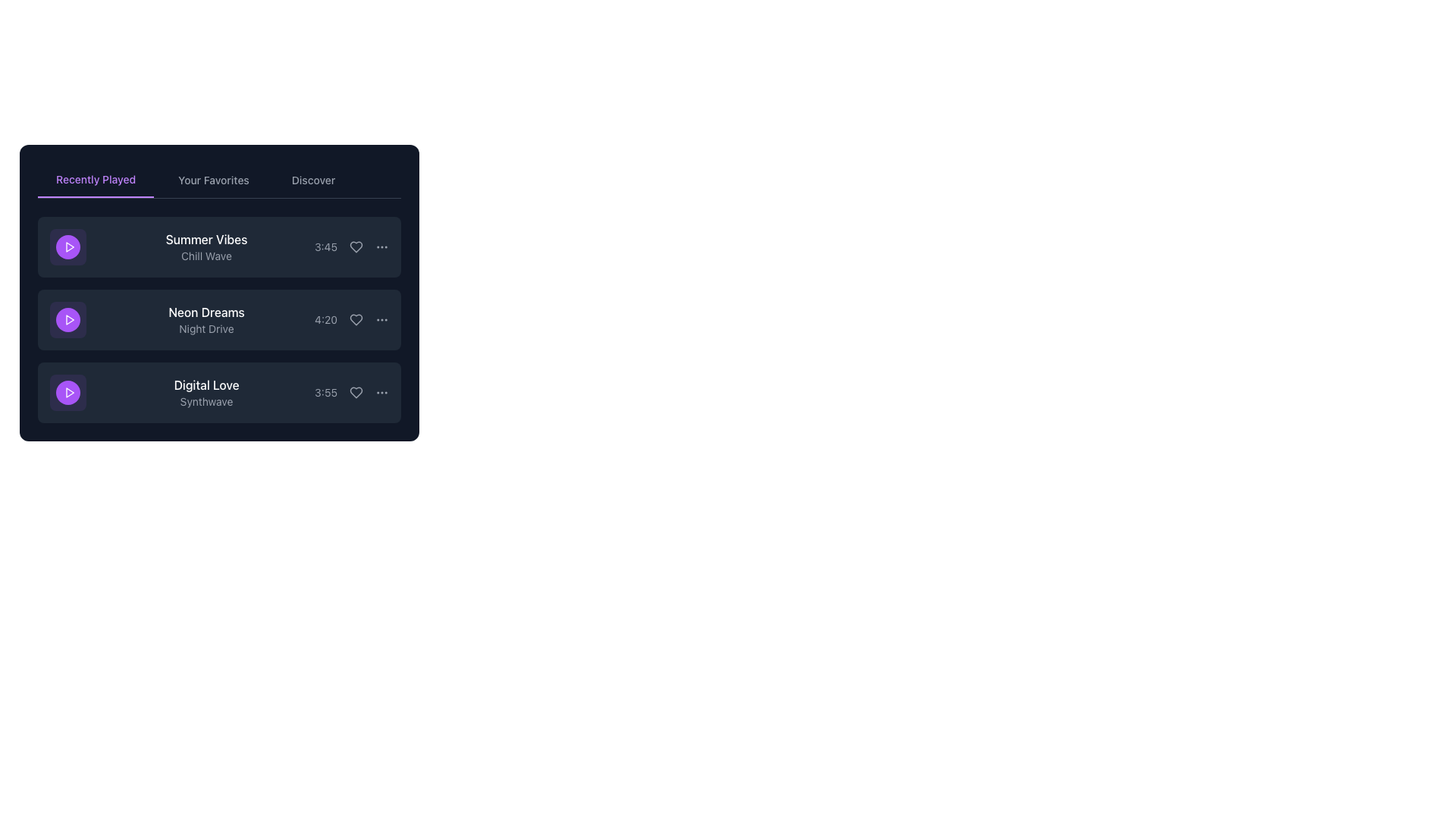 The image size is (1456, 819). What do you see at coordinates (356, 318) in the screenshot?
I see `the heart icon located to the right of the time display '4:20' in the 'Neon Dreams' track list` at bounding box center [356, 318].